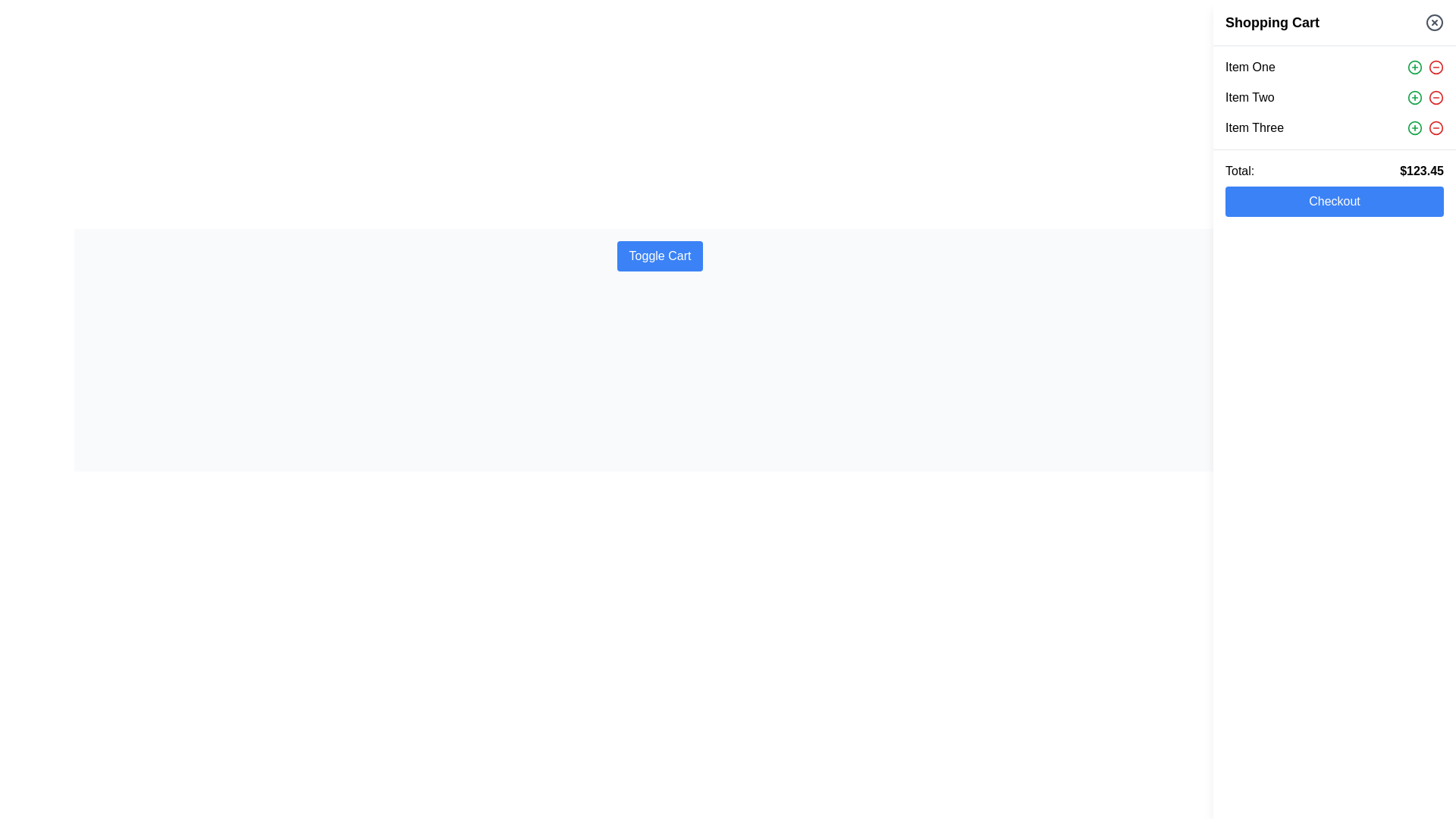  I want to click on the red circular minus icon located to the right of the 'Item One' text label to decrease the quantity, so click(1436, 66).